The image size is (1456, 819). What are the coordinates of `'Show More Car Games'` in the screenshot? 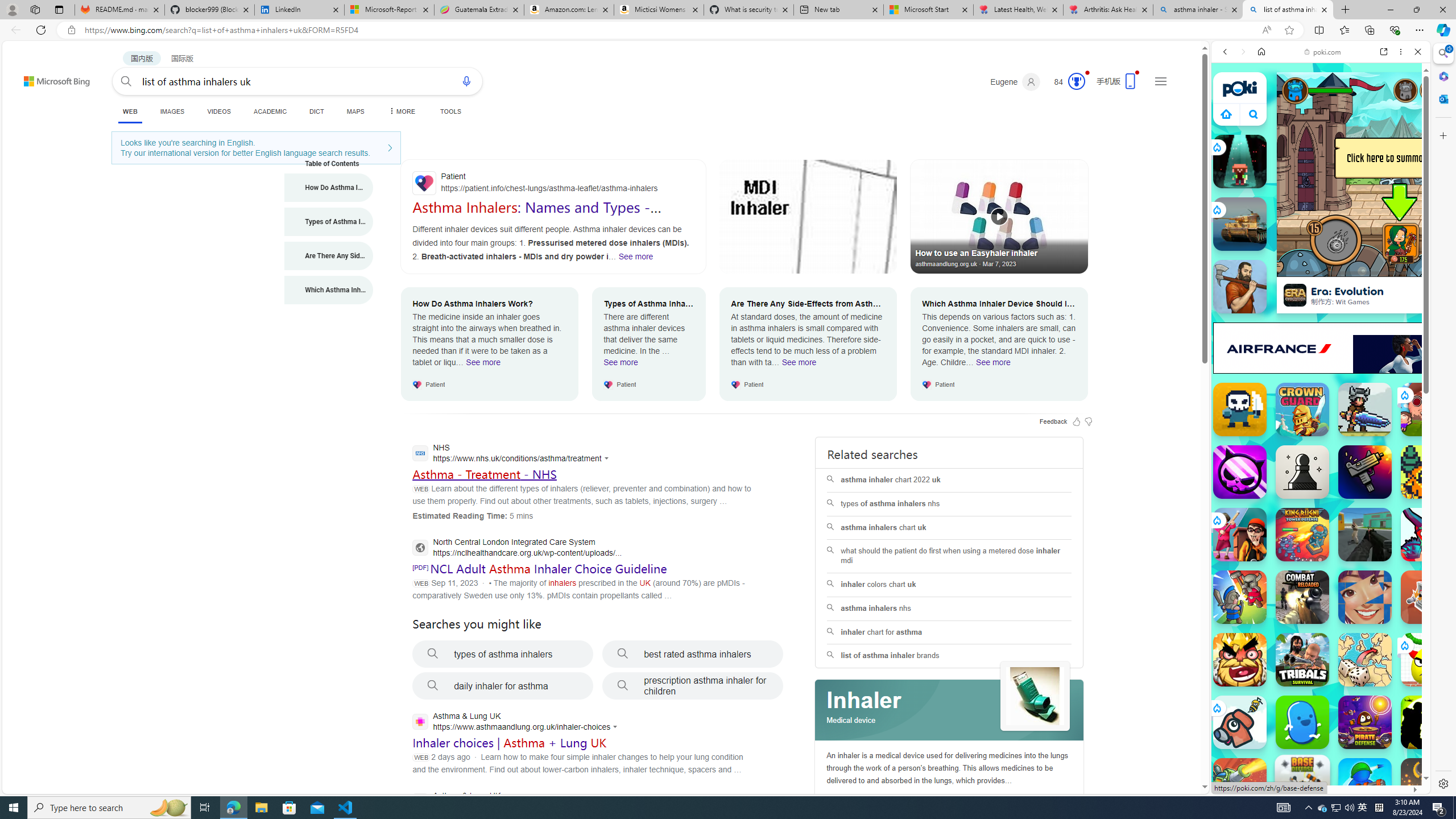 It's located at (1389, 268).